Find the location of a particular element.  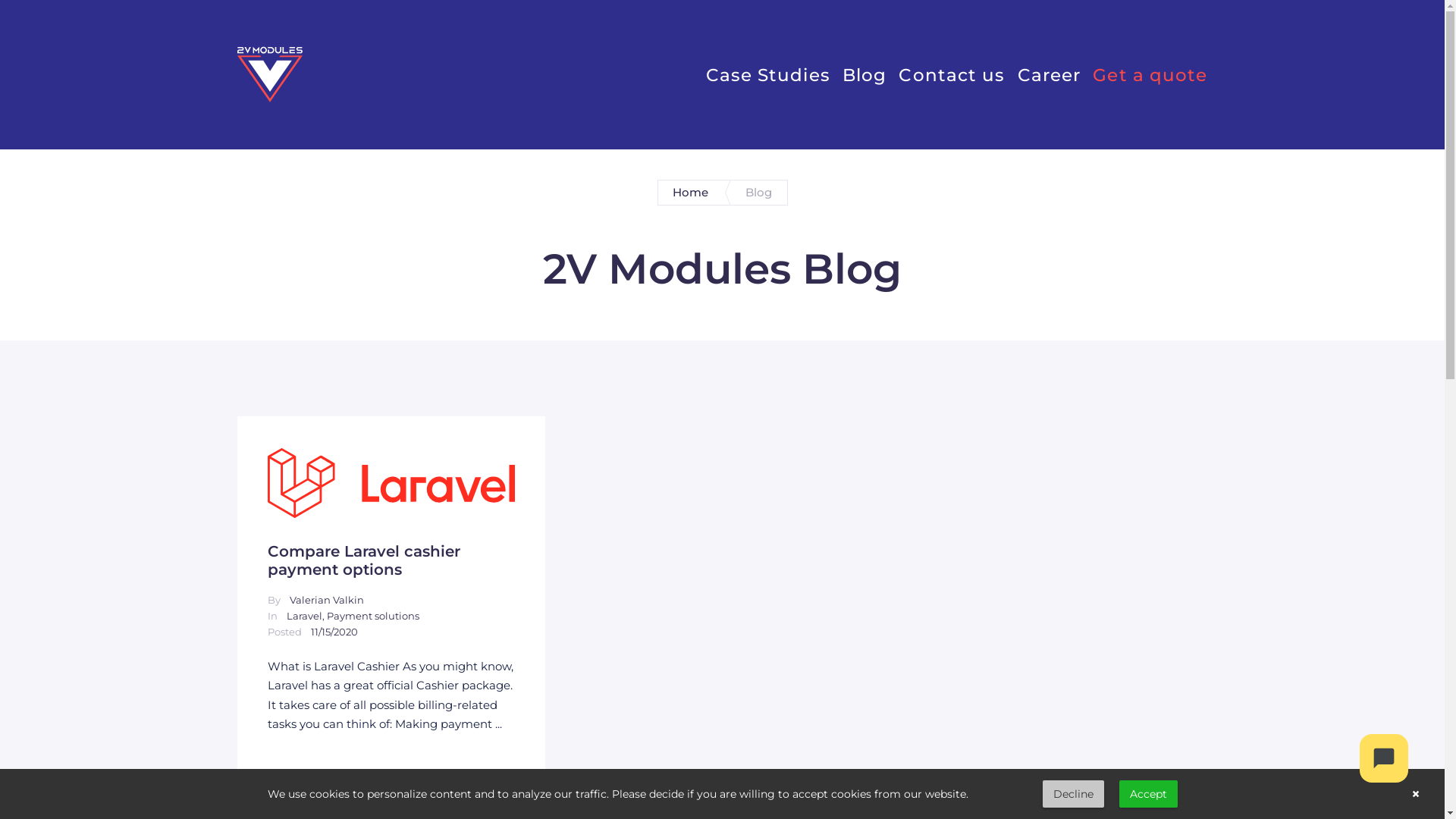

'Chatbot' is located at coordinates (1383, 758).